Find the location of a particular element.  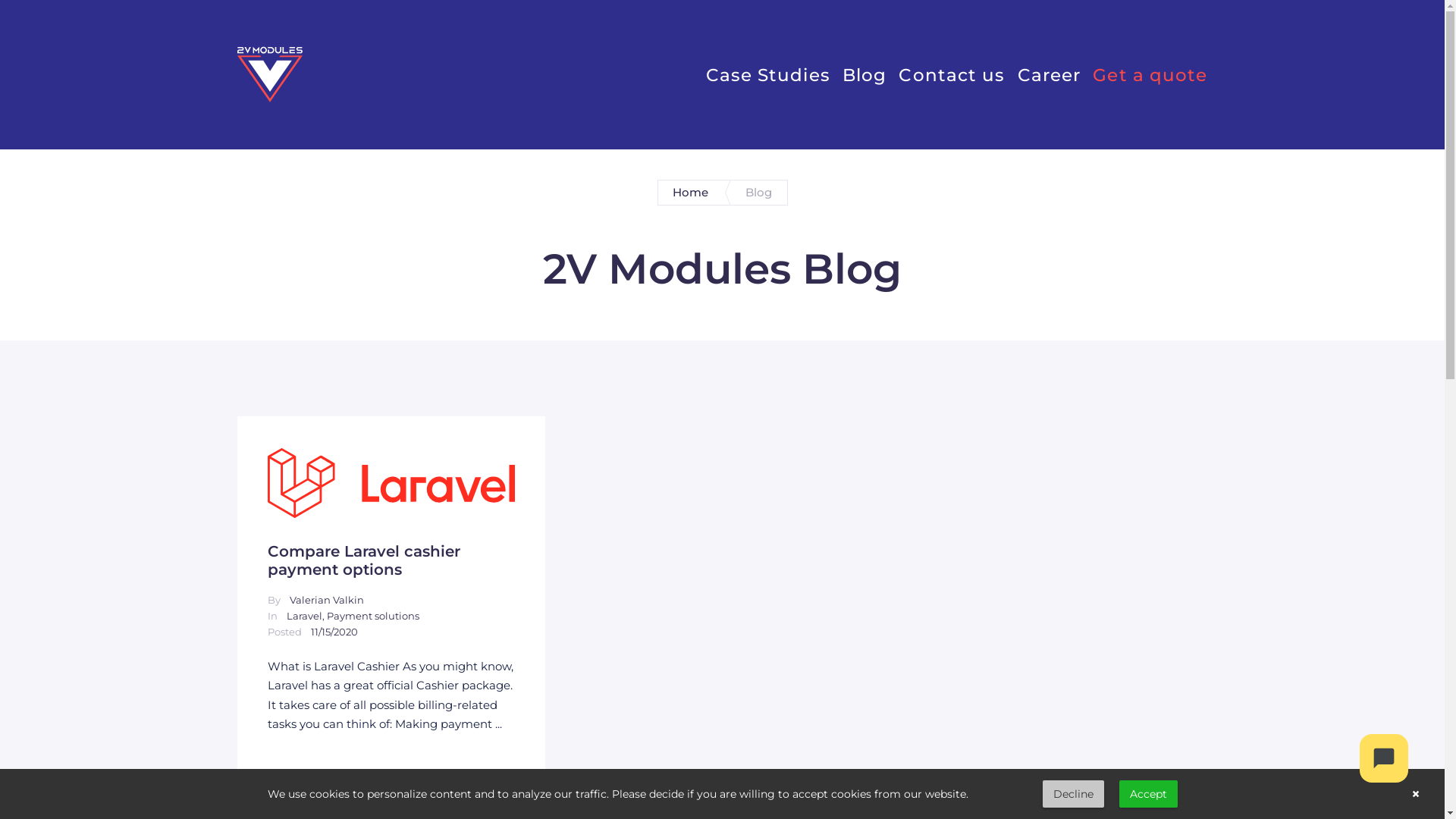

'Chatbot' is located at coordinates (1383, 758).